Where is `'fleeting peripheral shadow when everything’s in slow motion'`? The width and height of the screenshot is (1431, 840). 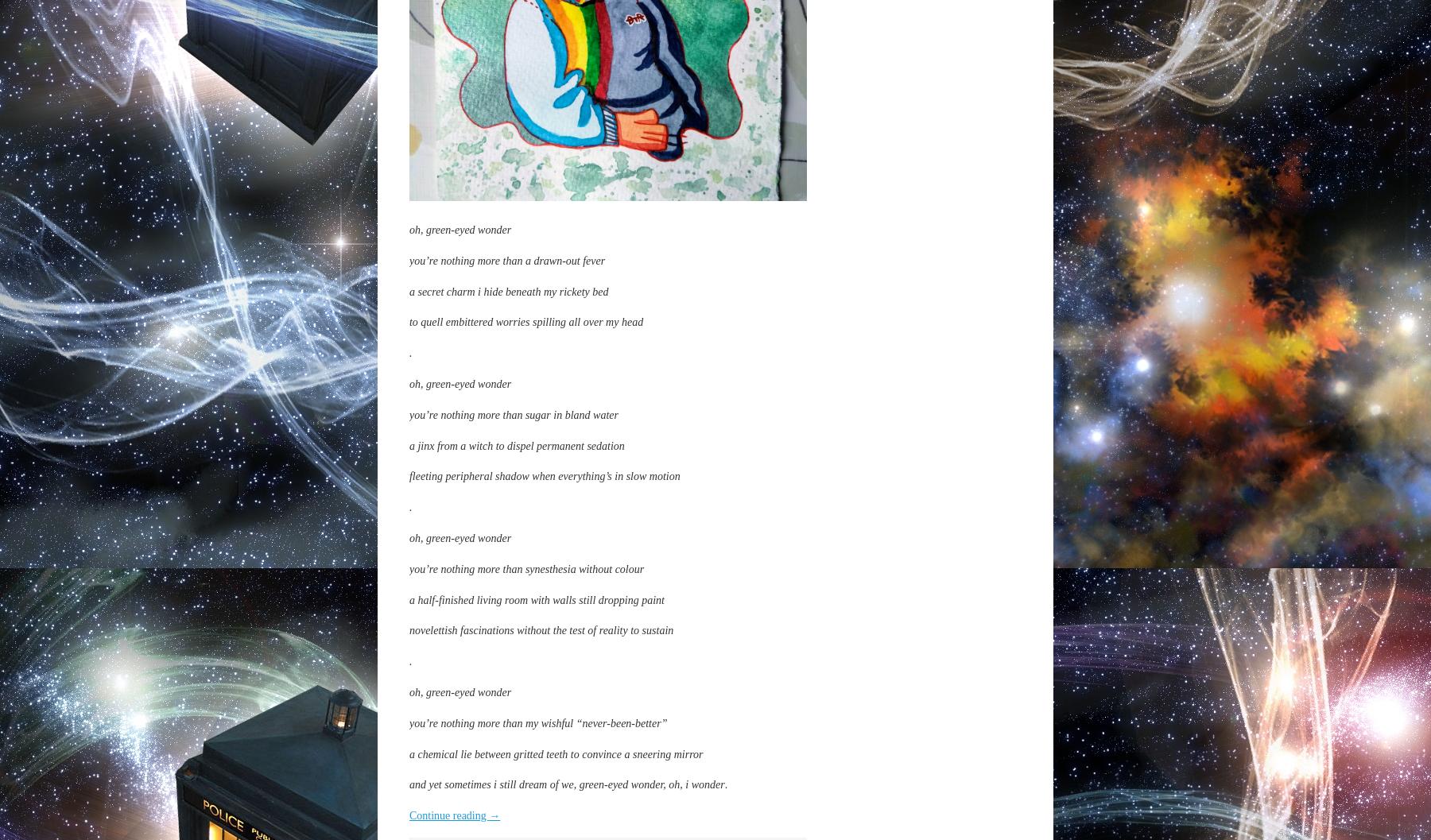
'fleeting peripheral shadow when everything’s in slow motion' is located at coordinates (408, 475).